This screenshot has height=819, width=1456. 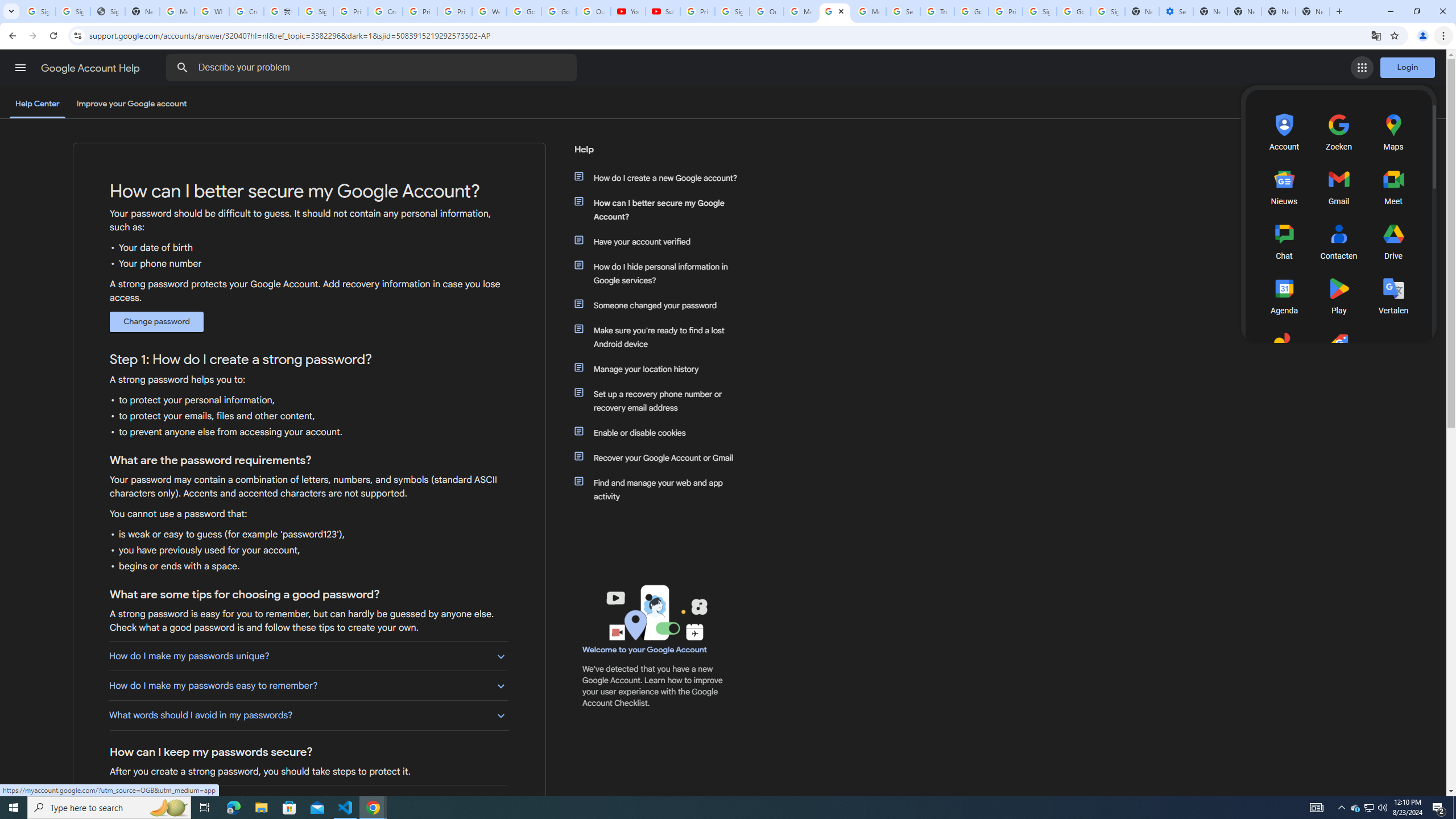 What do you see at coordinates (156, 322) in the screenshot?
I see `'Change password'` at bounding box center [156, 322].